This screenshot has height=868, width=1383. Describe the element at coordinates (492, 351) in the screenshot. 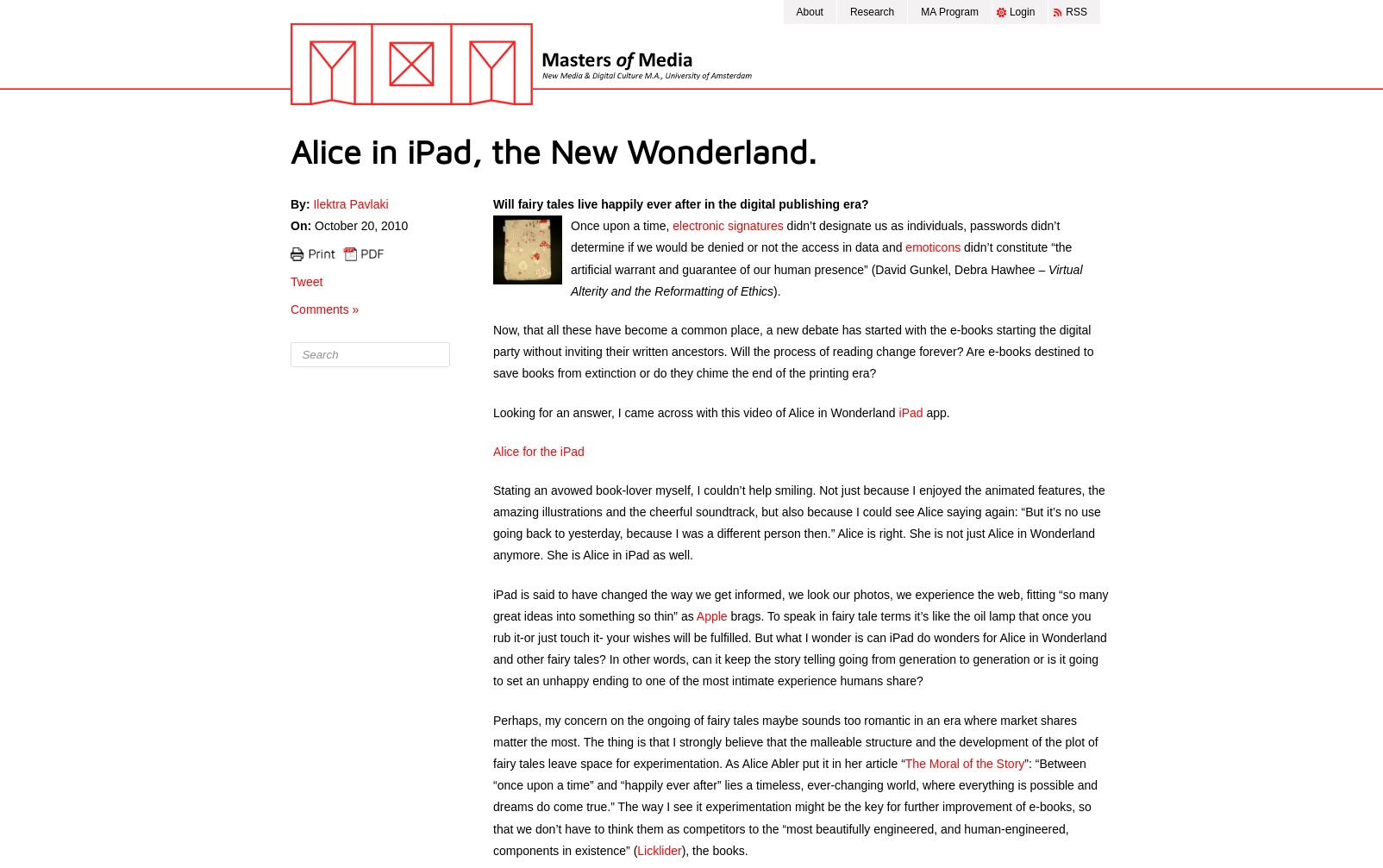

I see `'Now, that all these have become a common place, a new debate has started with the e-books starting the digital party without inviting their written ancestors. Will the process of reading change forever? Are e-books destined to save books from extinction or do they chime the end of the printing era?'` at that location.